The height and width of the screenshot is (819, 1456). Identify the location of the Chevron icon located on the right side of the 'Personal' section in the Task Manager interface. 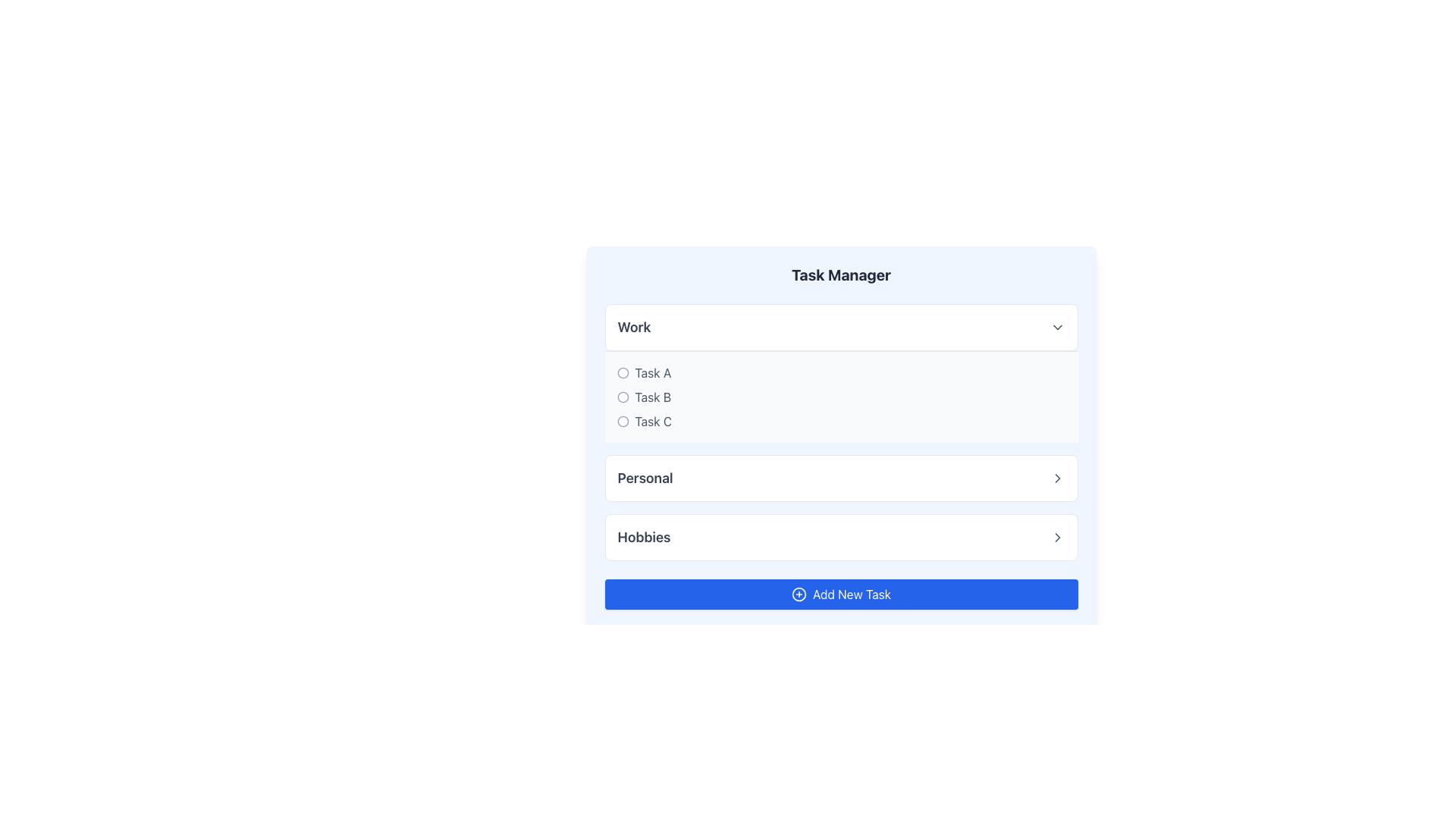
(1056, 479).